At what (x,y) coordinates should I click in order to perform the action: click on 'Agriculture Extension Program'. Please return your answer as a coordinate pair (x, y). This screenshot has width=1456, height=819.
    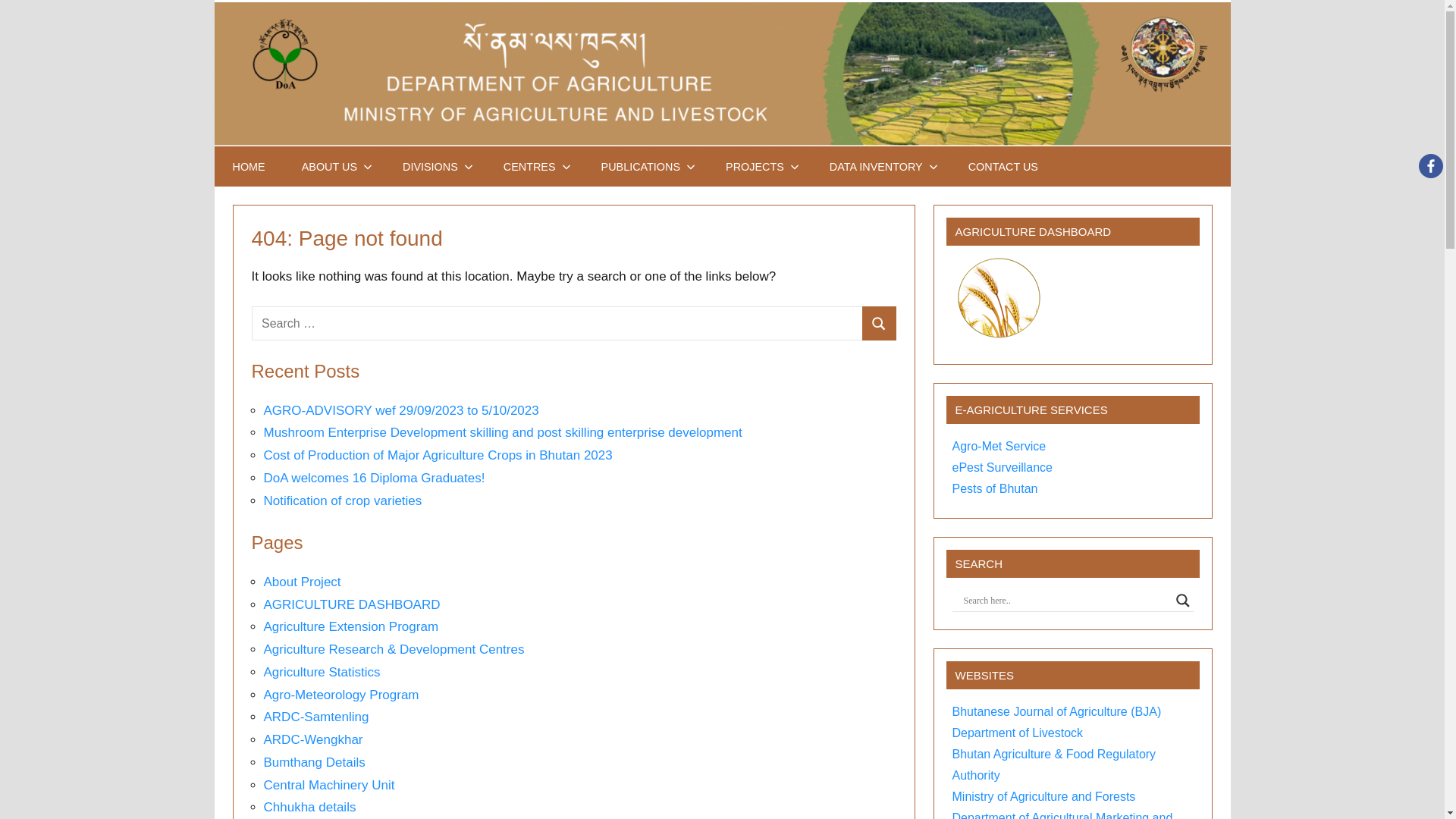
    Looking at the image, I should click on (350, 626).